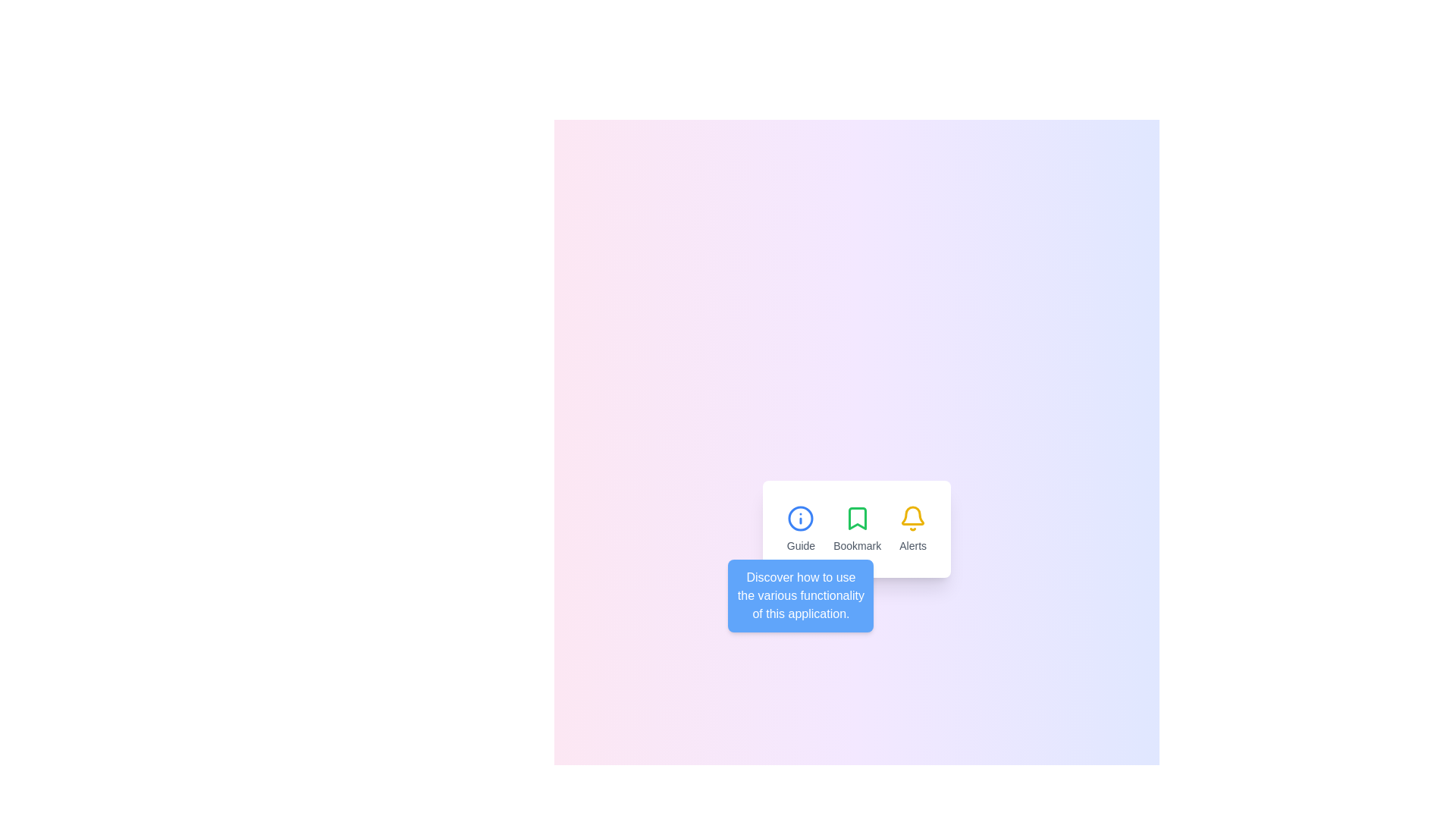  Describe the element at coordinates (912, 529) in the screenshot. I see `the alert notification Icon-Text Pair located at the far right of the horizontal row, which is the third item after the 'Guide' and 'Bookmark' elements` at that location.